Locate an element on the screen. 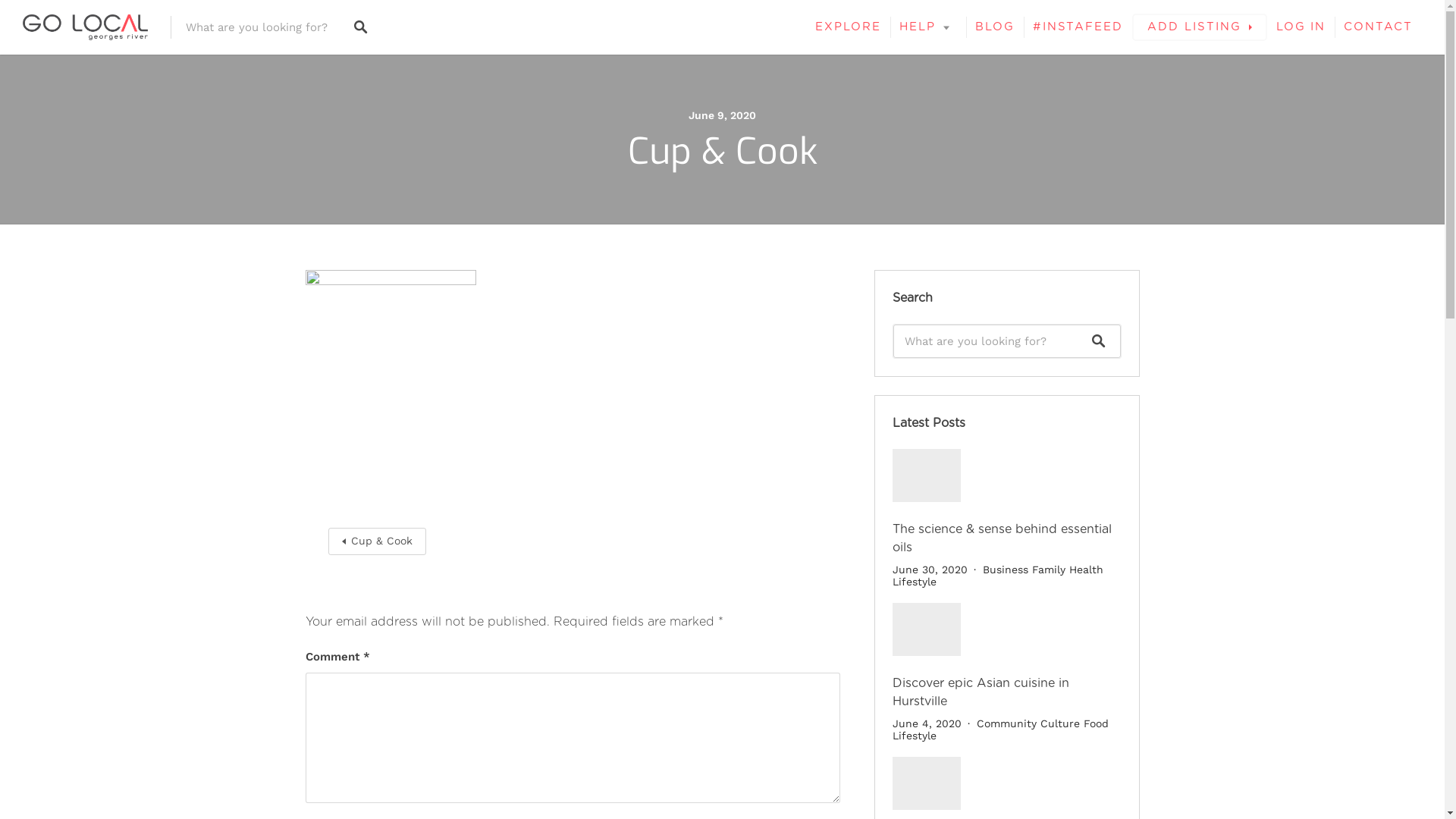  '#INSTAFEED' is located at coordinates (1077, 27).